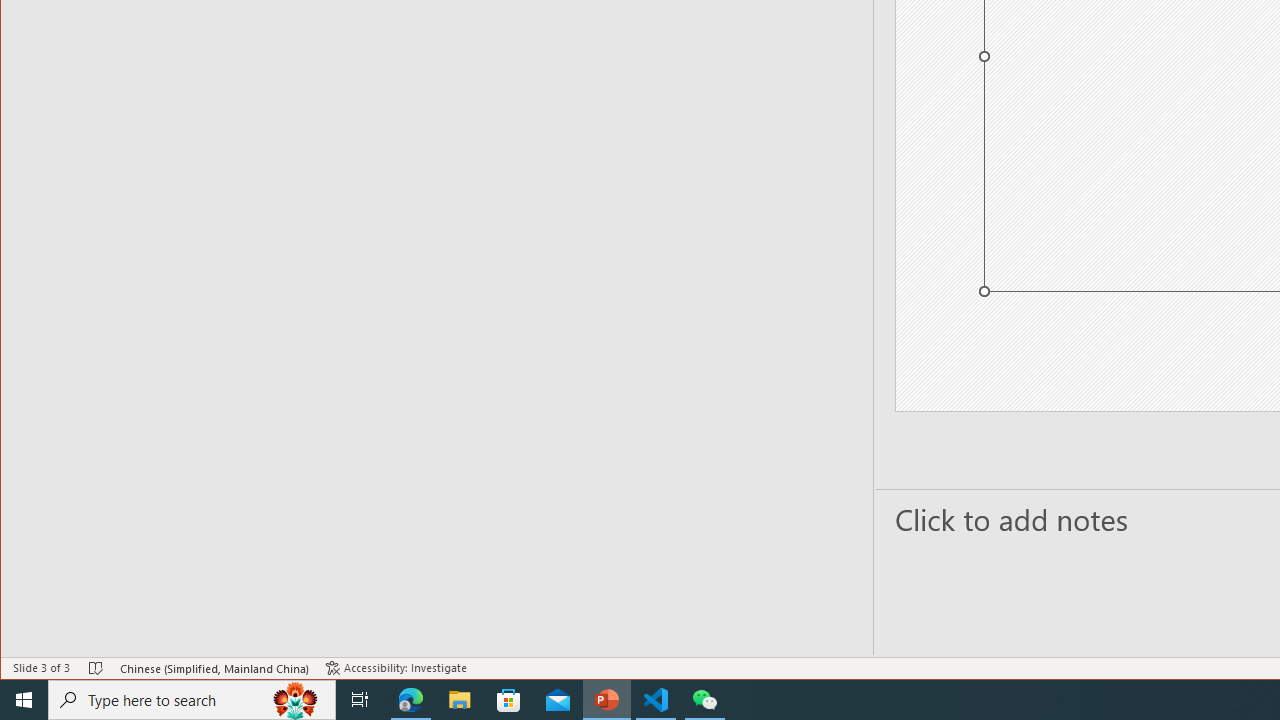  What do you see at coordinates (410, 698) in the screenshot?
I see `'Microsoft Edge - 1 running window'` at bounding box center [410, 698].